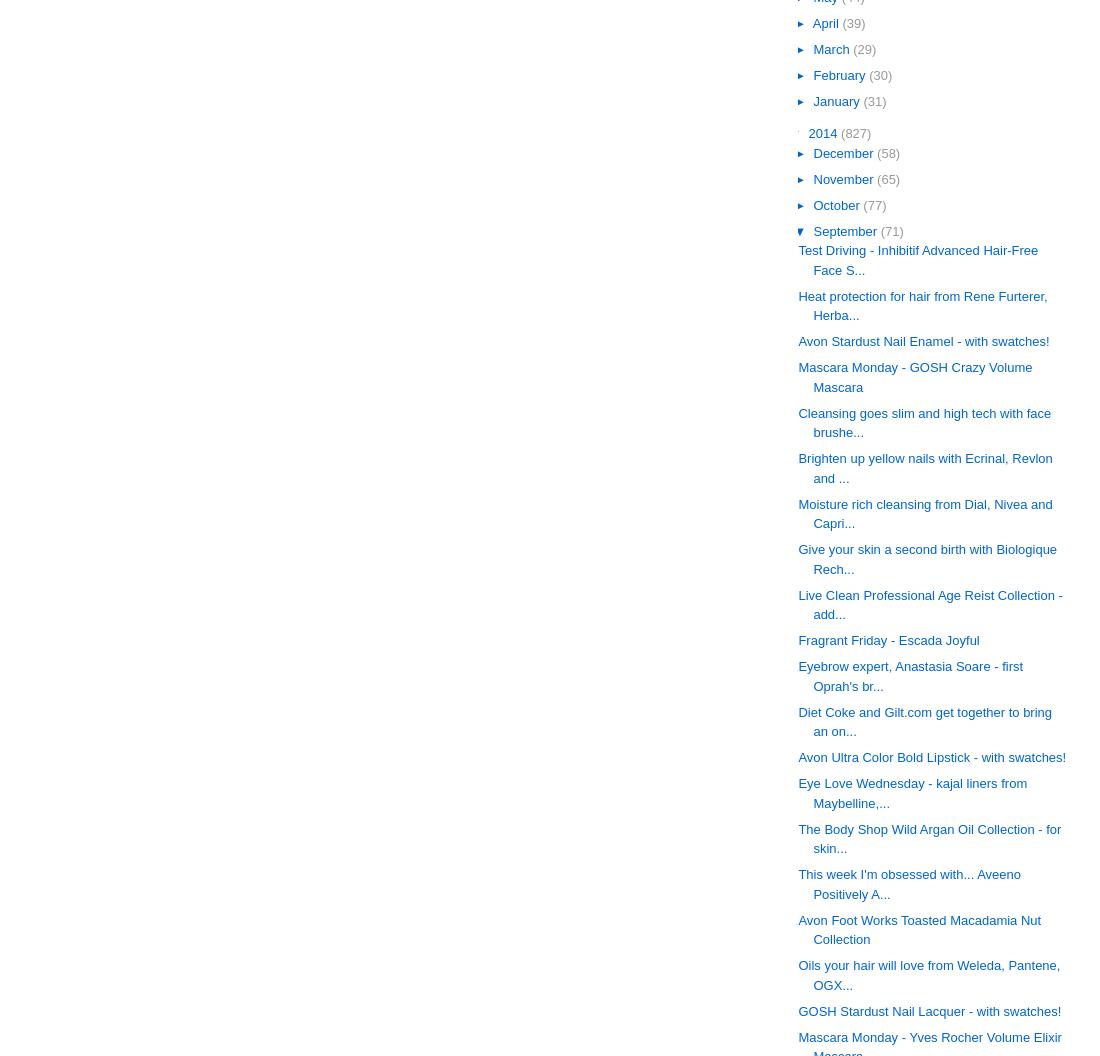 The height and width of the screenshot is (1056, 1100). Describe the element at coordinates (832, 48) in the screenshot. I see `'March'` at that location.